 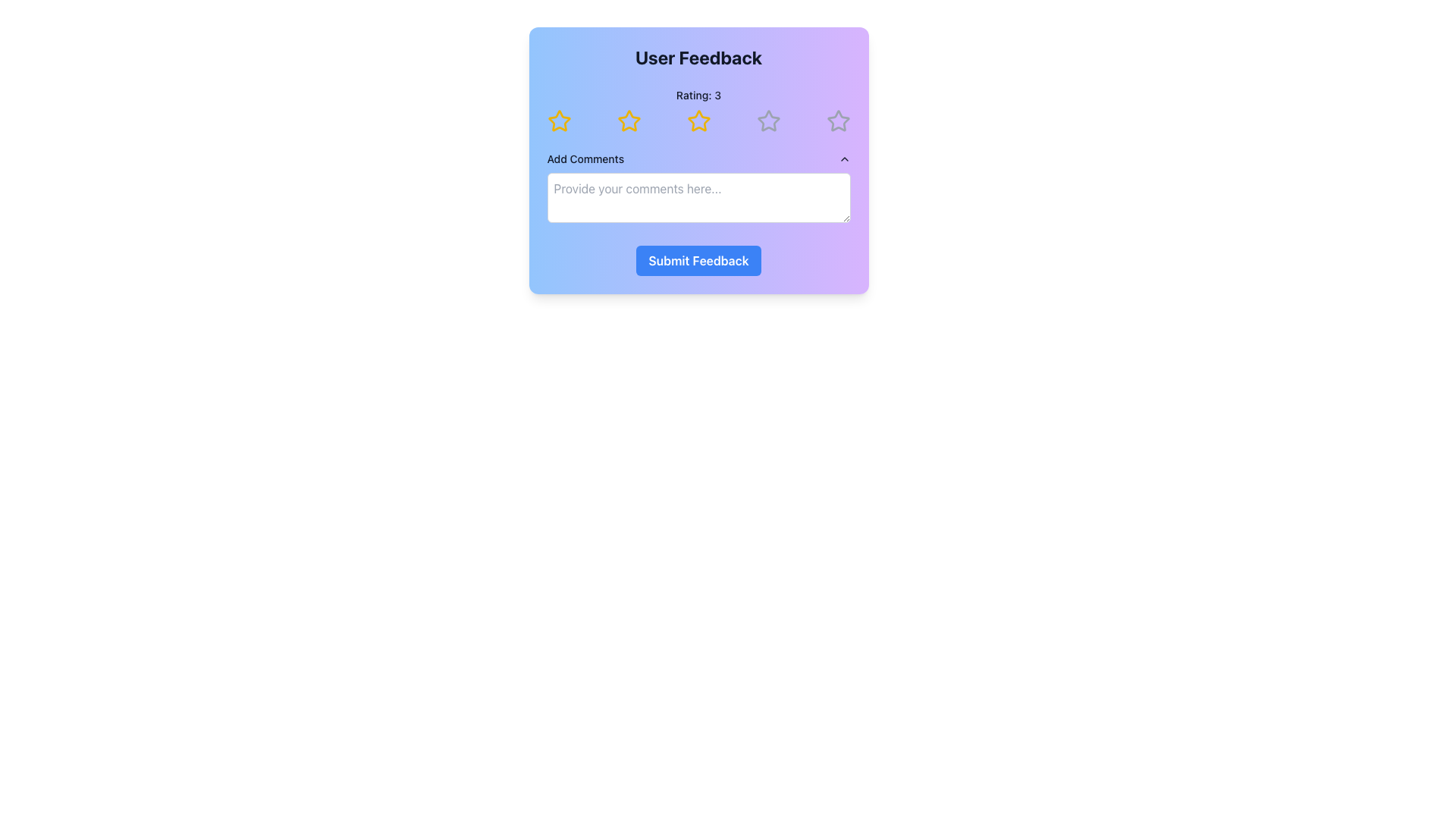 I want to click on the icon located on the far right side of the 'Add Comments' section, so click(x=843, y=158).